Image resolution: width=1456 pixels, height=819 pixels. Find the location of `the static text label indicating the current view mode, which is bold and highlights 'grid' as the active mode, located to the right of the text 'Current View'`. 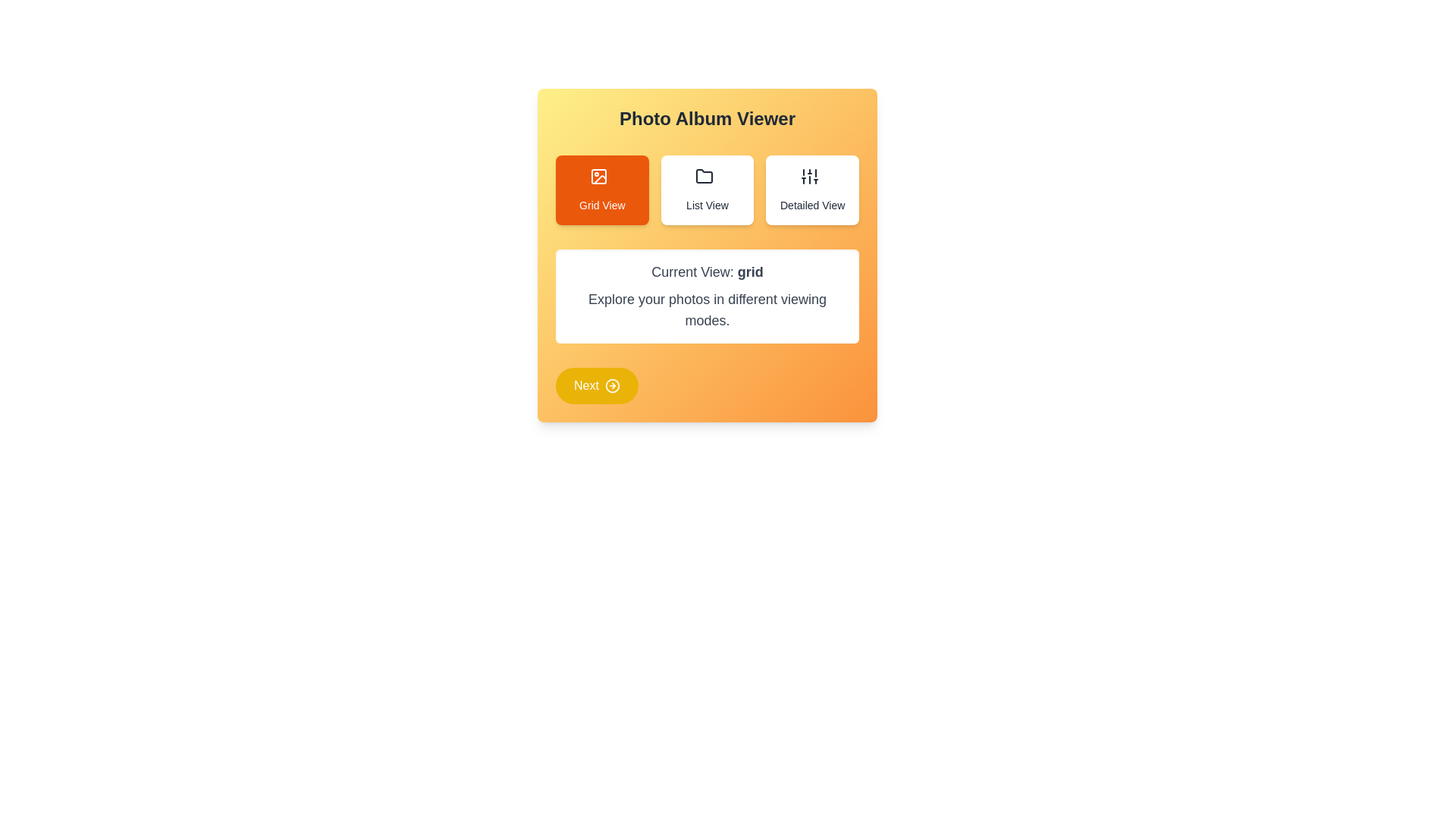

the static text label indicating the current view mode, which is bold and highlights 'grid' as the active mode, located to the right of the text 'Current View' is located at coordinates (750, 271).